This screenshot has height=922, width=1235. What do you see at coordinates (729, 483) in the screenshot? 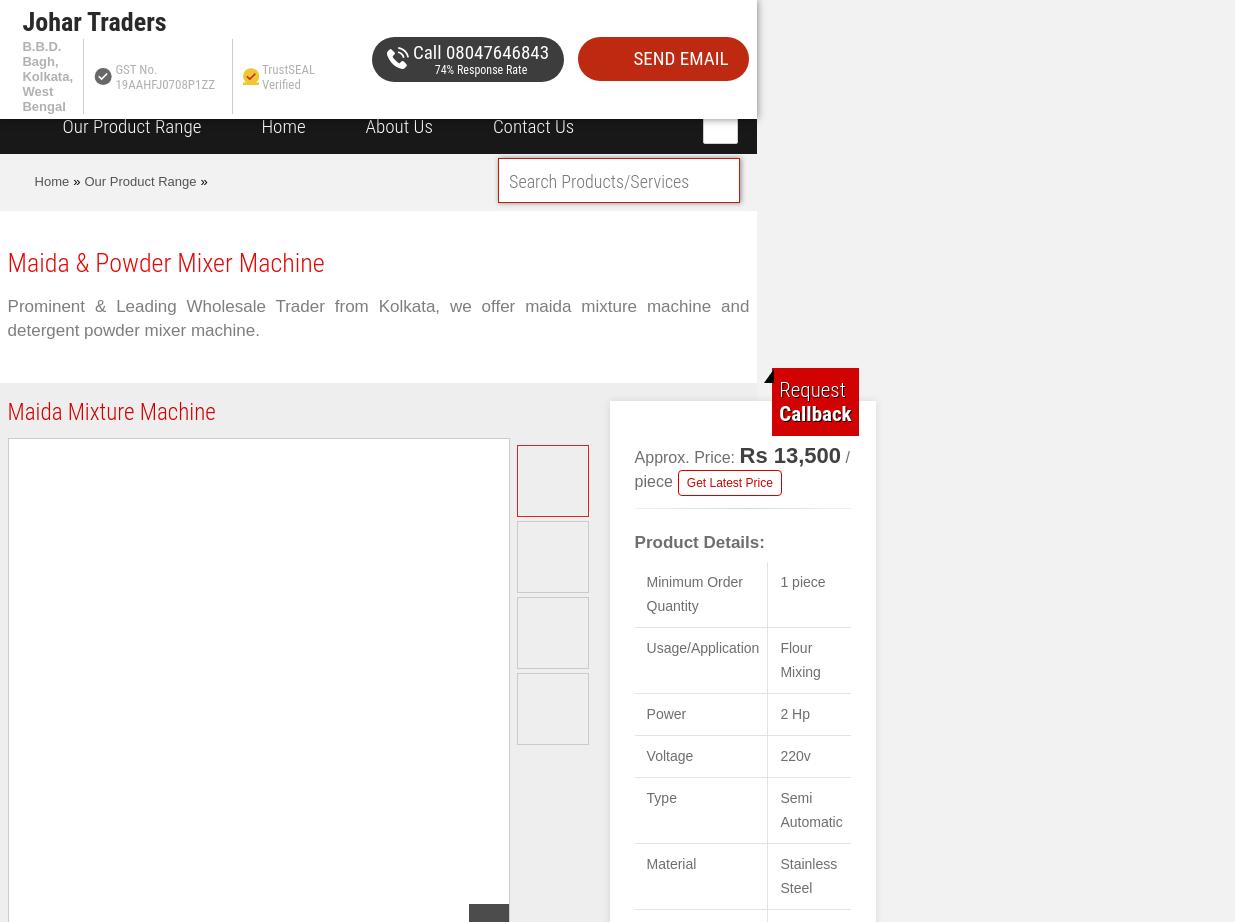
I see `'Get Latest Price'` at bounding box center [729, 483].